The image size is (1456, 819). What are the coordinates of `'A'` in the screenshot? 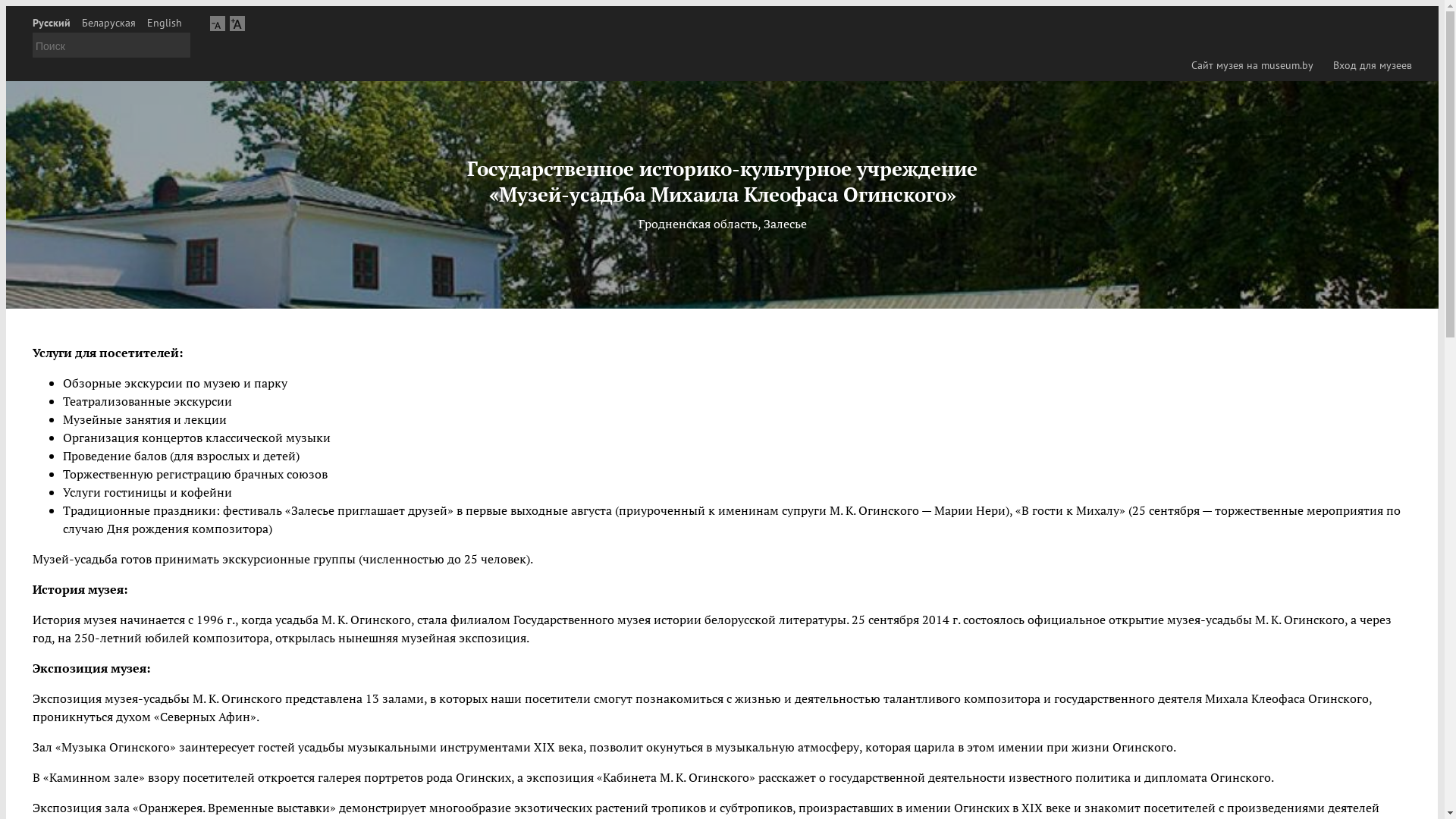 It's located at (217, 23).